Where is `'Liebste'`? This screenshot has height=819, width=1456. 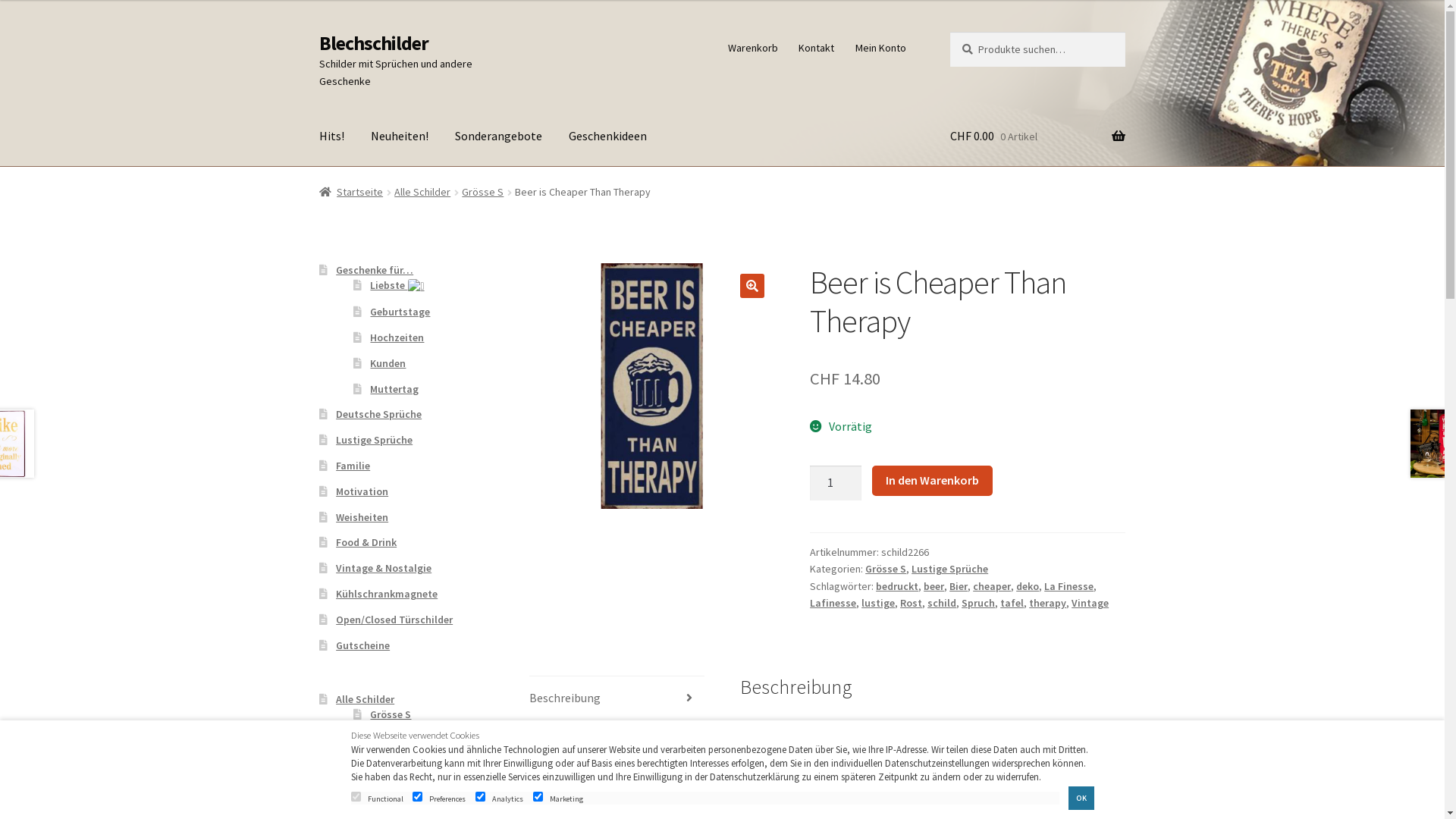
'Liebste' is located at coordinates (370, 284).